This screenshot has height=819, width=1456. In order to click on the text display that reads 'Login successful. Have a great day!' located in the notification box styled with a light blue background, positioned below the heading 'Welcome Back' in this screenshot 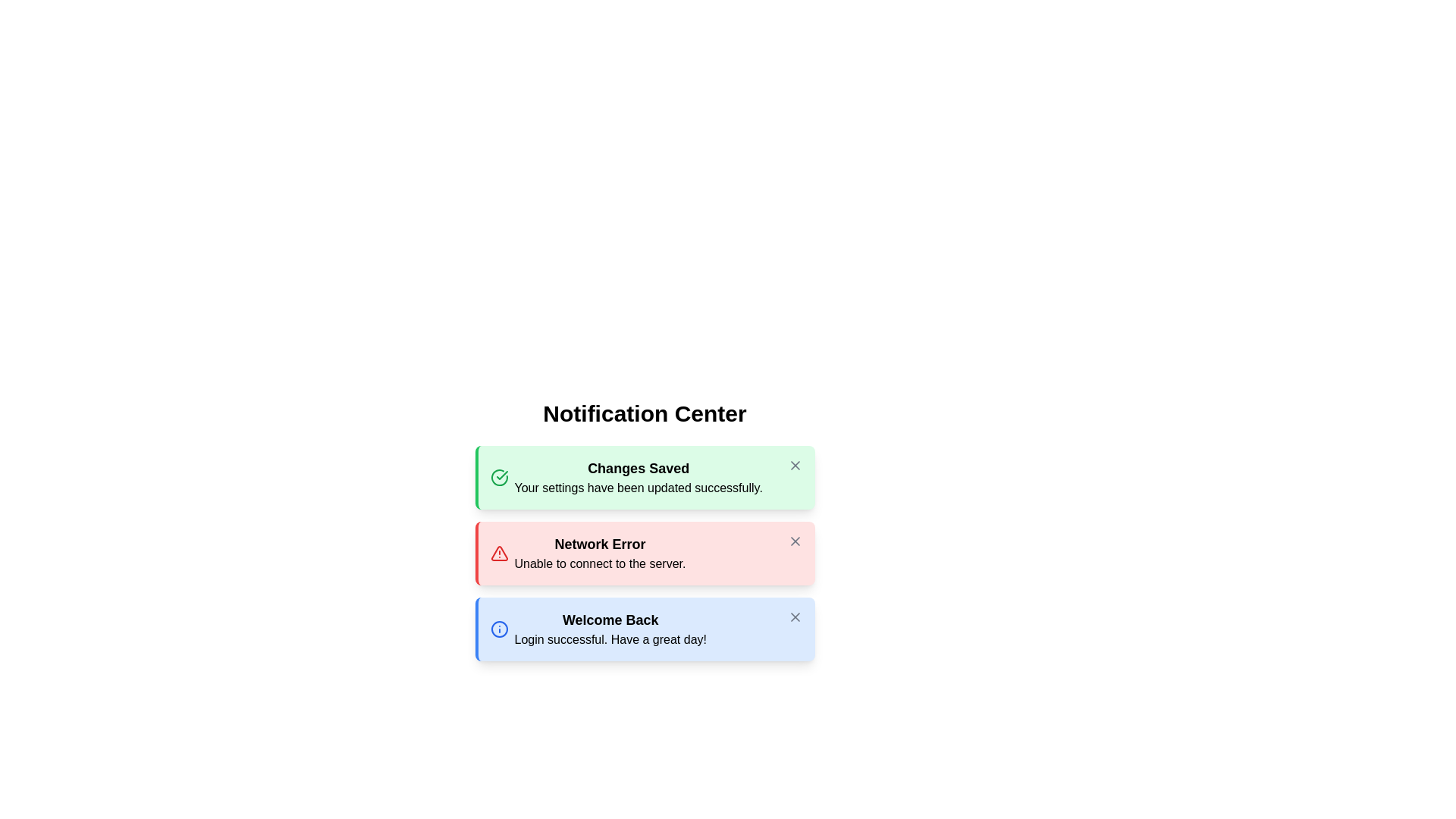, I will do `click(610, 640)`.